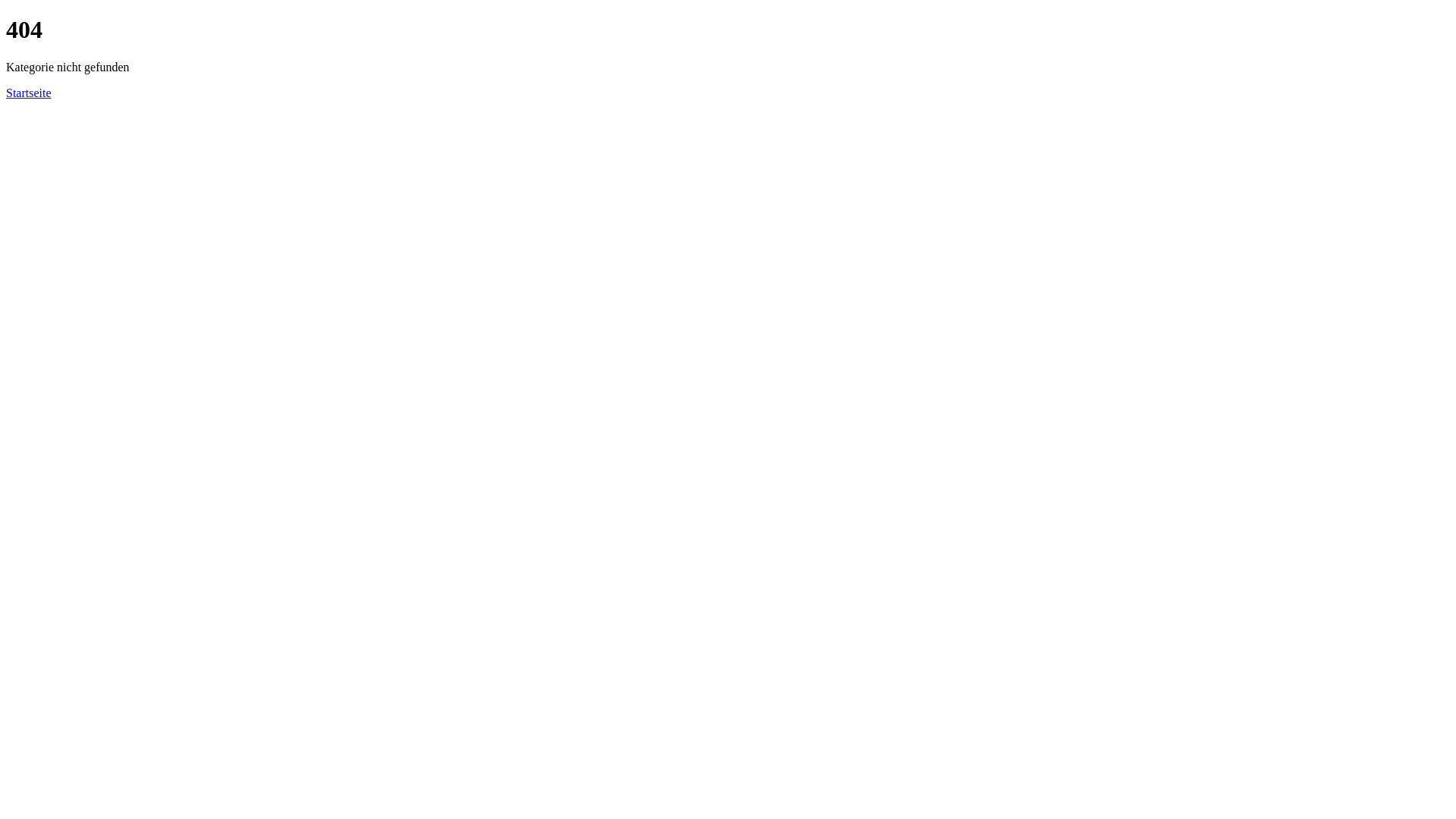 Image resolution: width=1456 pixels, height=819 pixels. I want to click on 'Startseite', so click(29, 93).